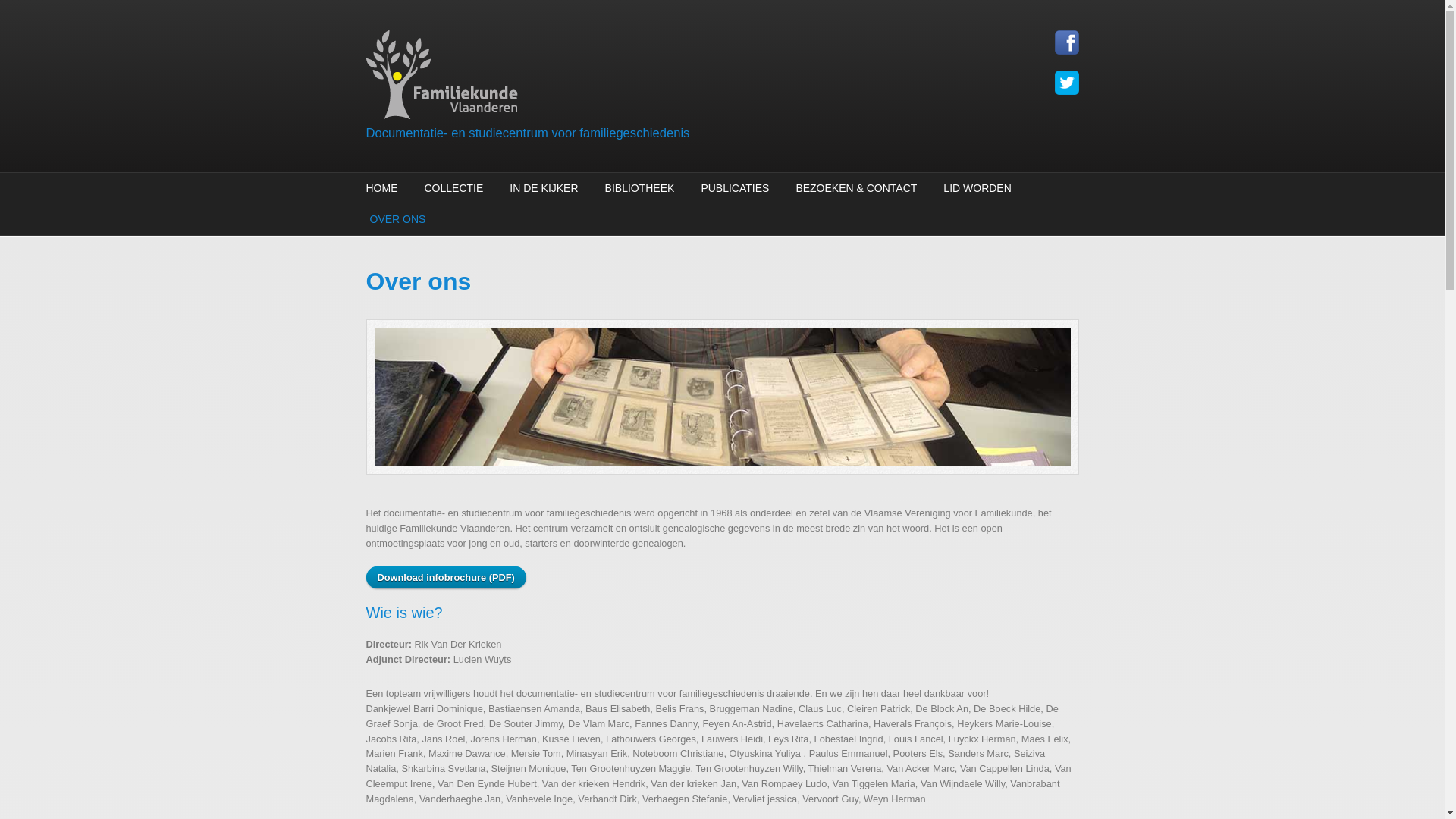 The width and height of the screenshot is (1456, 819). I want to click on 'LID WORDEN', so click(938, 187).